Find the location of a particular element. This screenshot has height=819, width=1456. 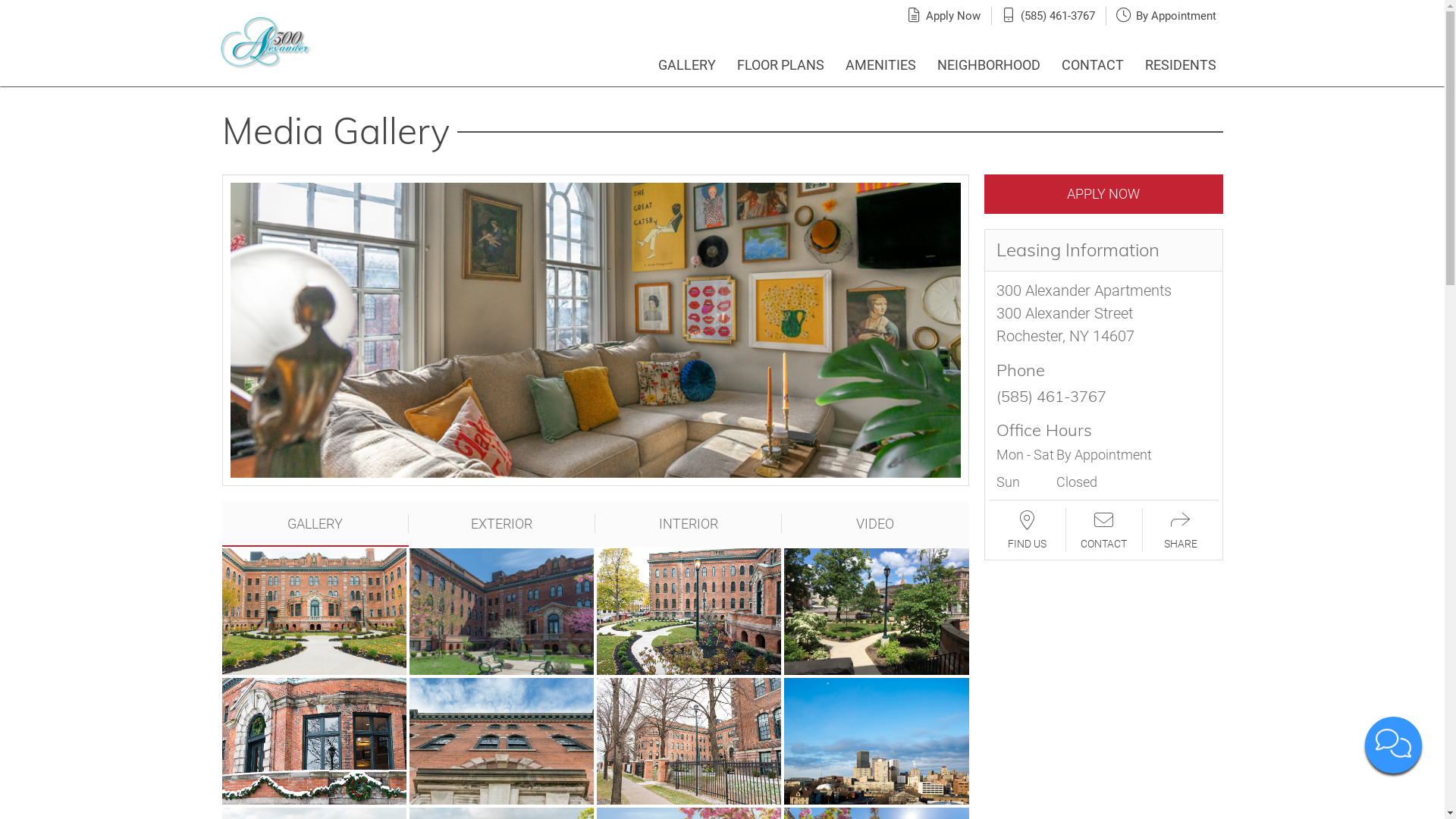

'AMENITIES' is located at coordinates (833, 58).